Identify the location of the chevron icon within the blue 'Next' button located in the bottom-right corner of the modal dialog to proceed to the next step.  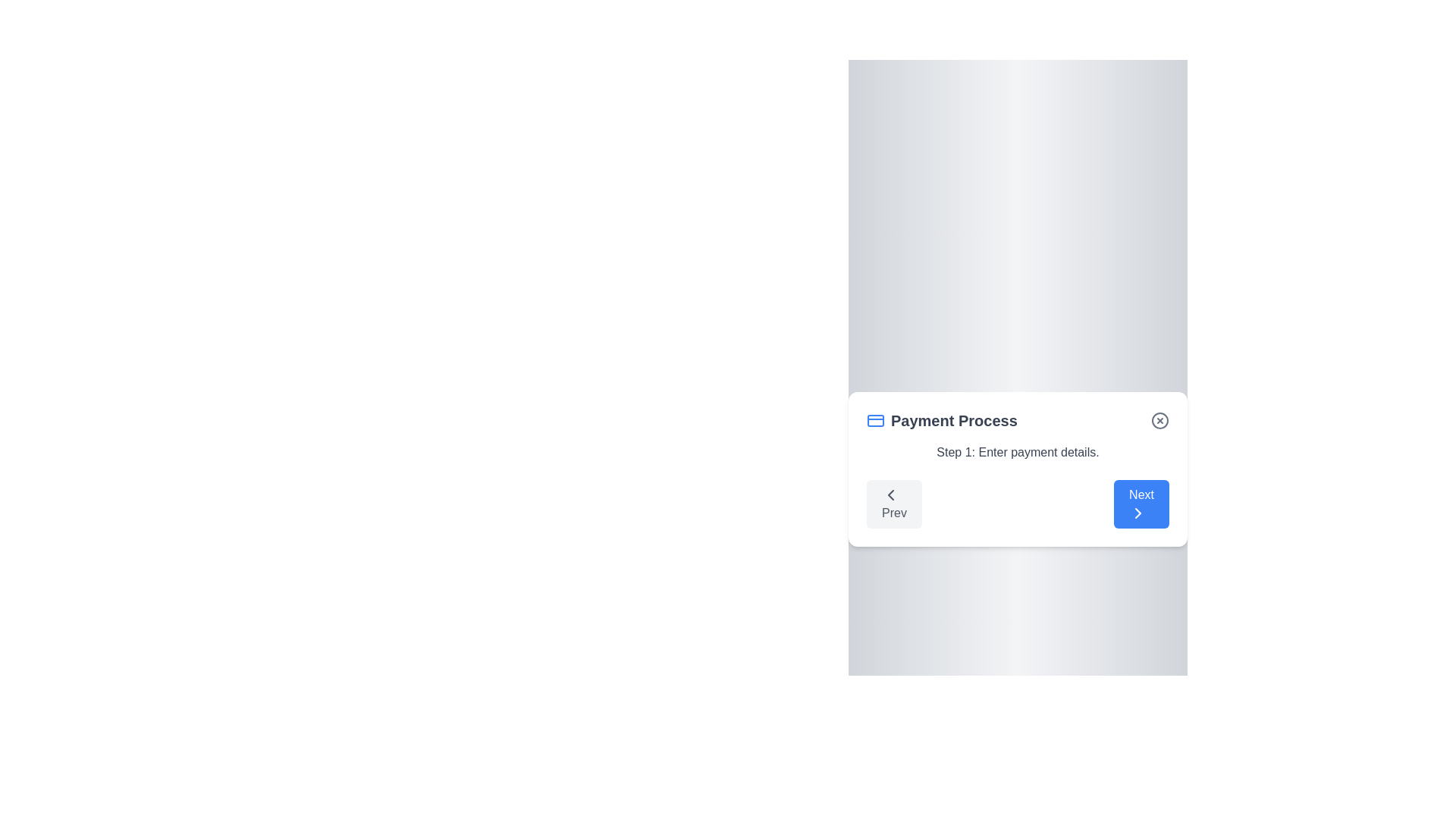
(1138, 513).